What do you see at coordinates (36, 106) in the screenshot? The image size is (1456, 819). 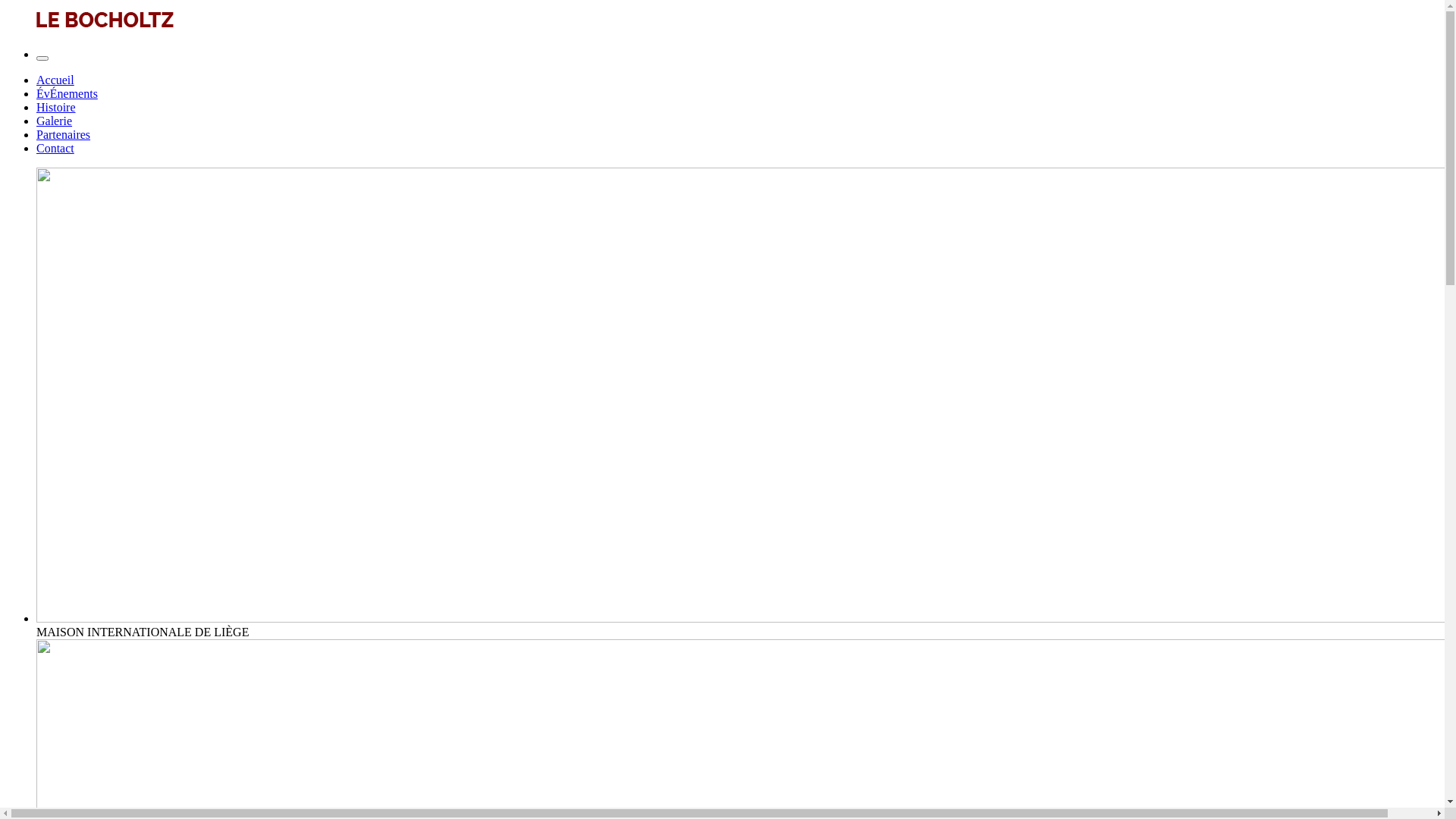 I see `'Histoire'` at bounding box center [36, 106].